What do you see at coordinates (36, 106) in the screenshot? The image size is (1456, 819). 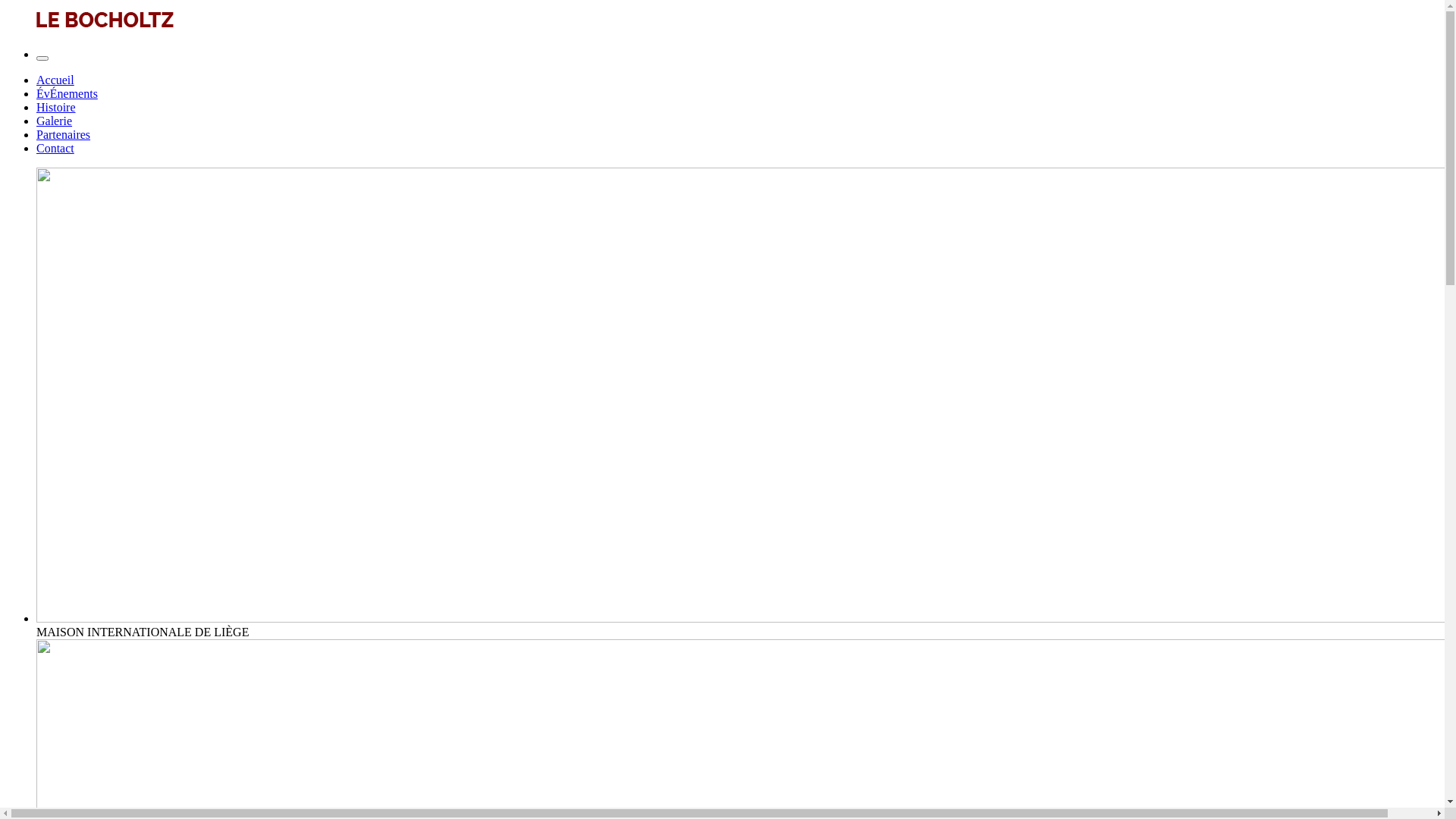 I see `'Histoire'` at bounding box center [36, 106].